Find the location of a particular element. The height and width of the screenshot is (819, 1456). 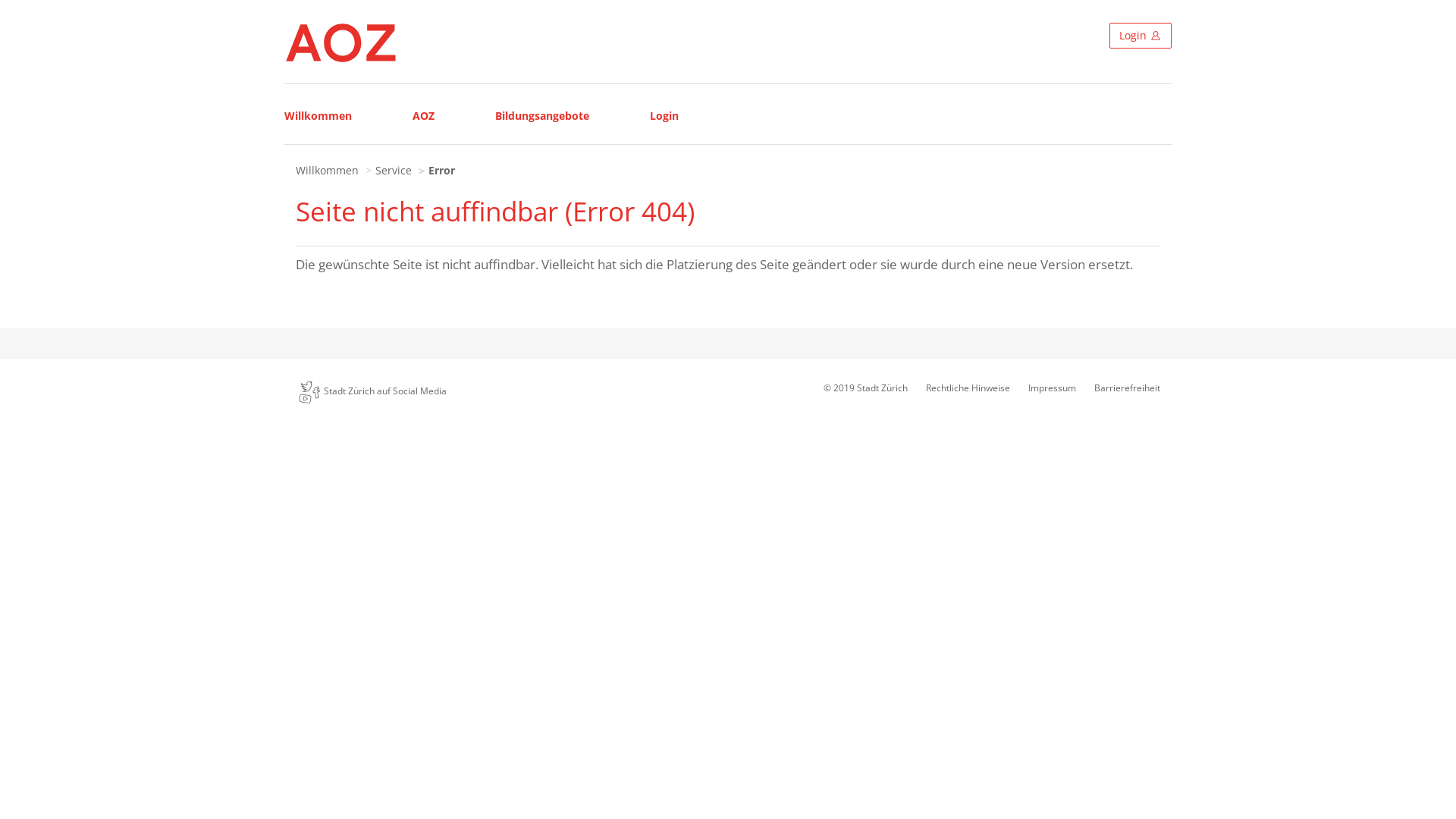

'Login' is located at coordinates (1140, 34).